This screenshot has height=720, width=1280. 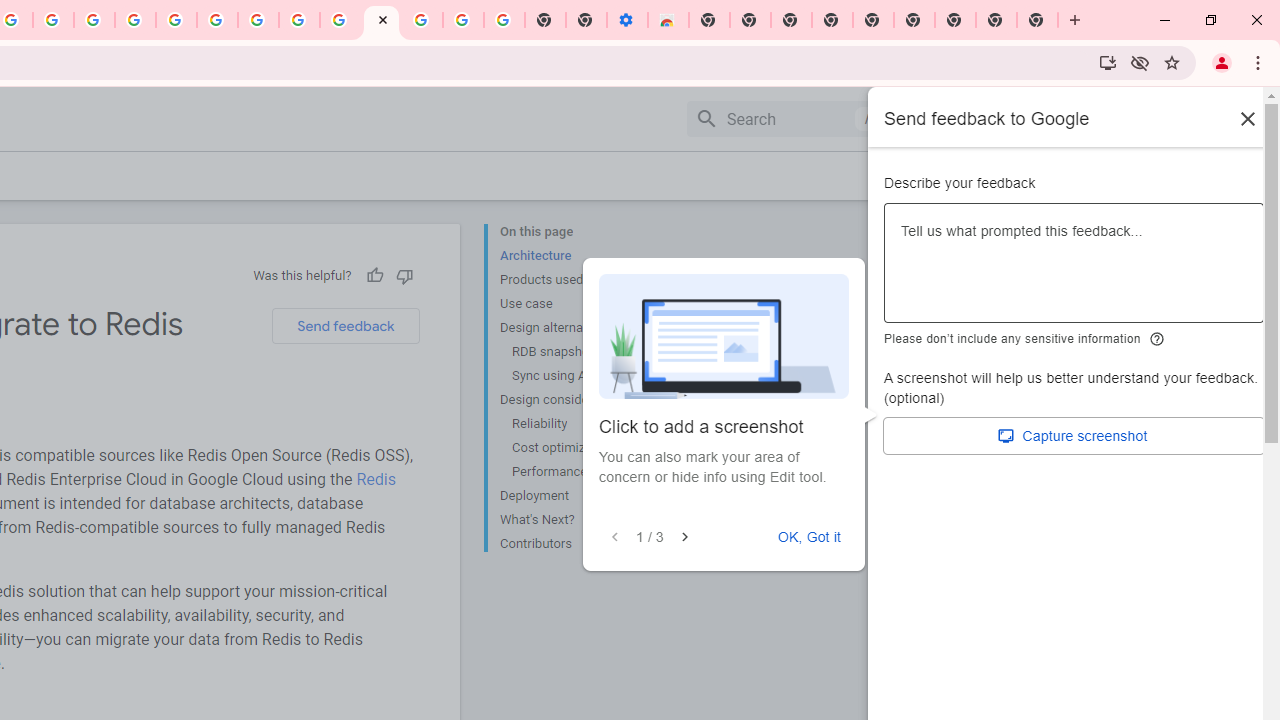 What do you see at coordinates (53, 20) in the screenshot?
I see `'Create your Google Account'` at bounding box center [53, 20].